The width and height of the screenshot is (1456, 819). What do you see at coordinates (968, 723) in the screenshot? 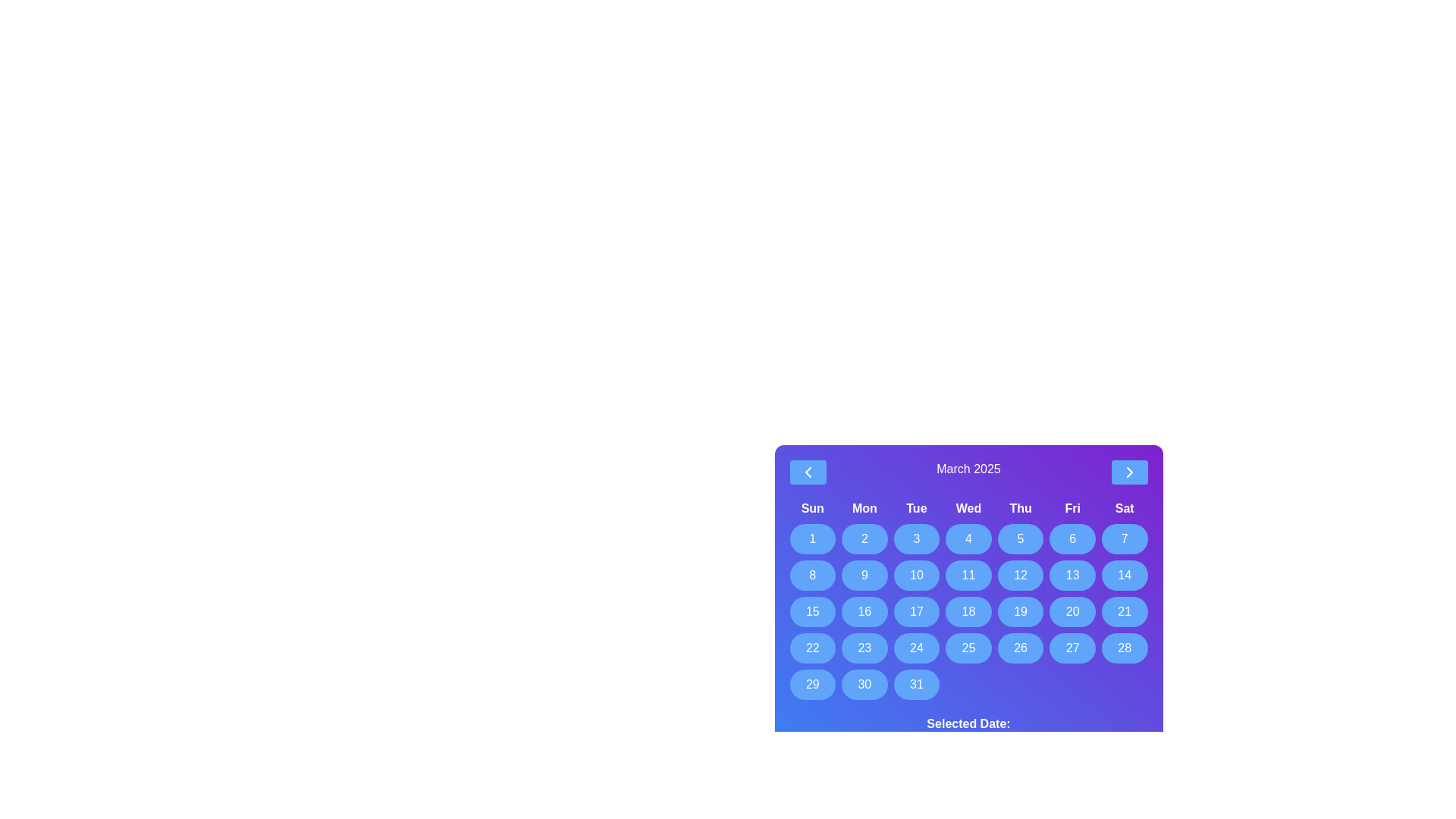
I see `the text label displaying 'Selected Date:' which is centrally positioned below the calendar view` at bounding box center [968, 723].